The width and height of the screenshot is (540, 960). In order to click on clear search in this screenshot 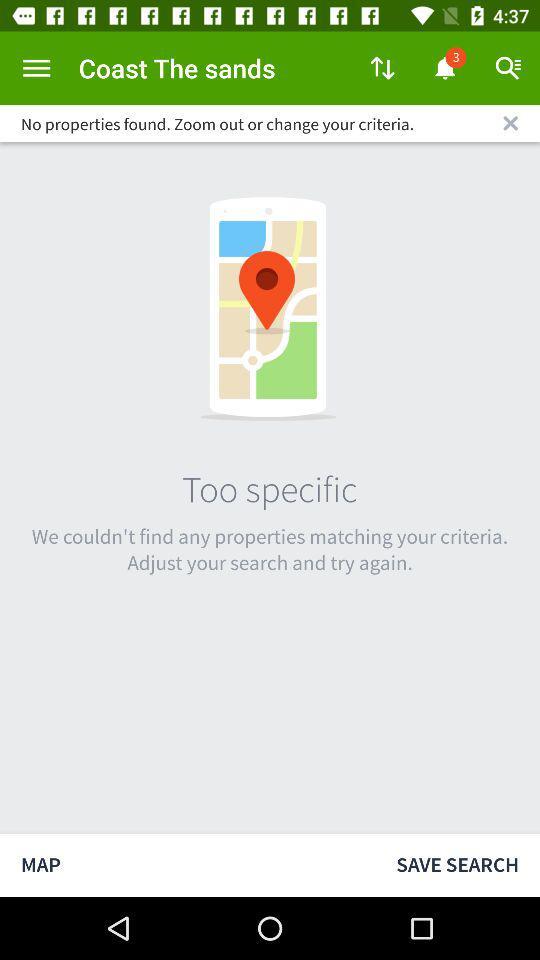, I will do `click(510, 122)`.